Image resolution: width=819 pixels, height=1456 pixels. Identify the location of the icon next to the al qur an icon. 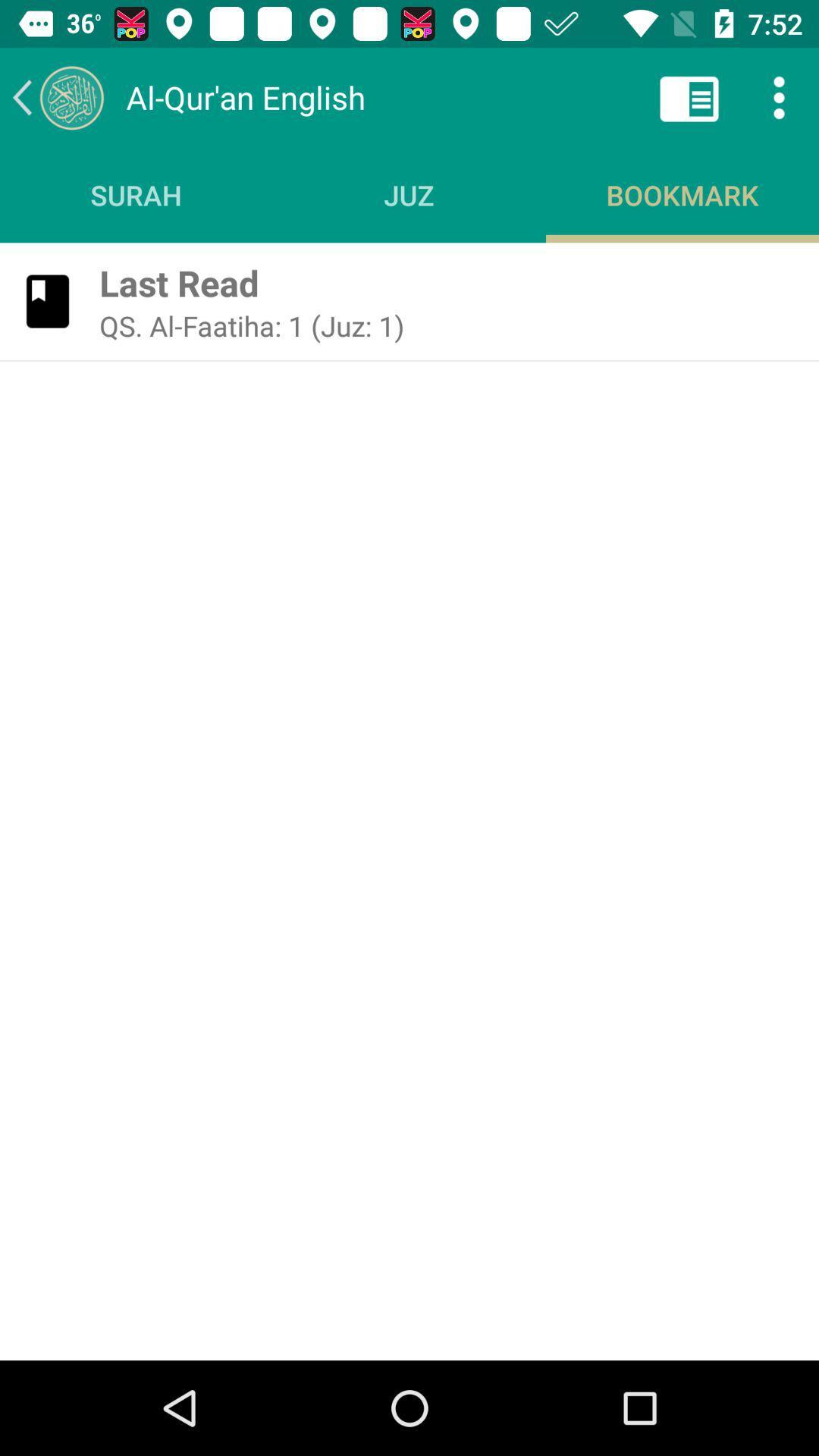
(57, 96).